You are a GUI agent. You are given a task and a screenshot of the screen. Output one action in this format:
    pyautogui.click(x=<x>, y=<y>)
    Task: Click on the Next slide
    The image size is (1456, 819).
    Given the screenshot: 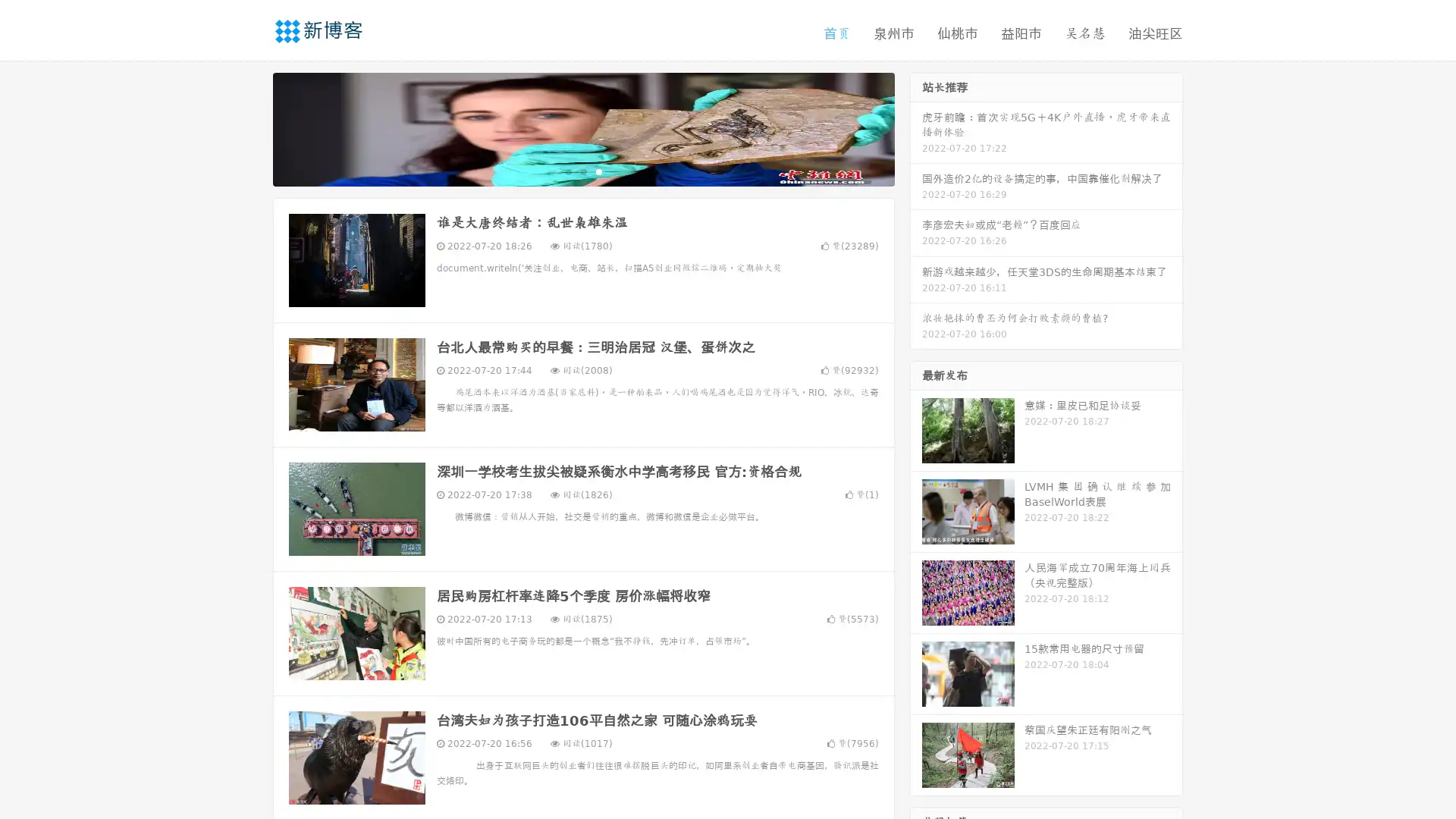 What is the action you would take?
    pyautogui.click(x=916, y=127)
    